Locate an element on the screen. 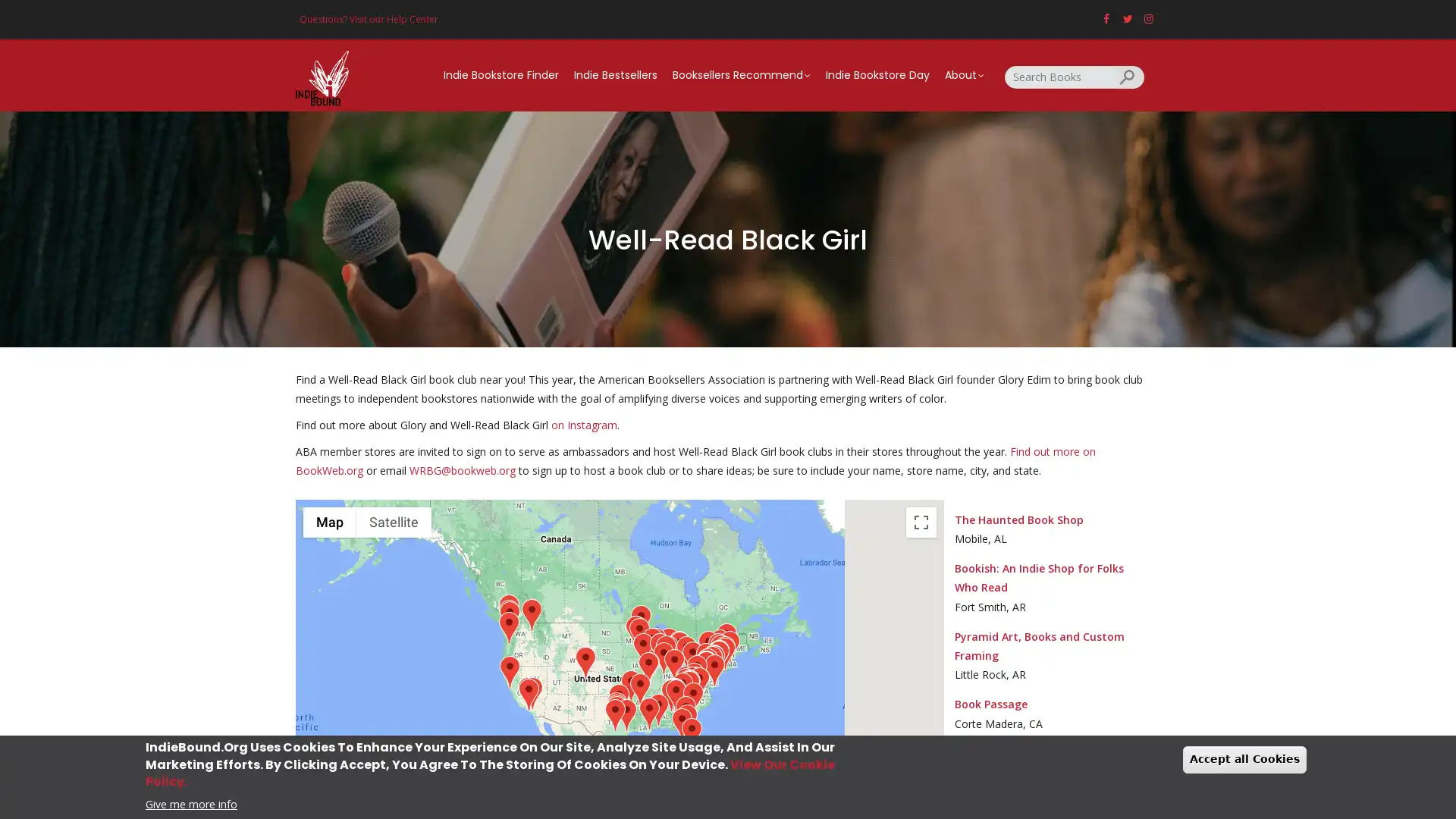 The height and width of the screenshot is (819, 1456). Cupboard Maker Books is located at coordinates (704, 657).